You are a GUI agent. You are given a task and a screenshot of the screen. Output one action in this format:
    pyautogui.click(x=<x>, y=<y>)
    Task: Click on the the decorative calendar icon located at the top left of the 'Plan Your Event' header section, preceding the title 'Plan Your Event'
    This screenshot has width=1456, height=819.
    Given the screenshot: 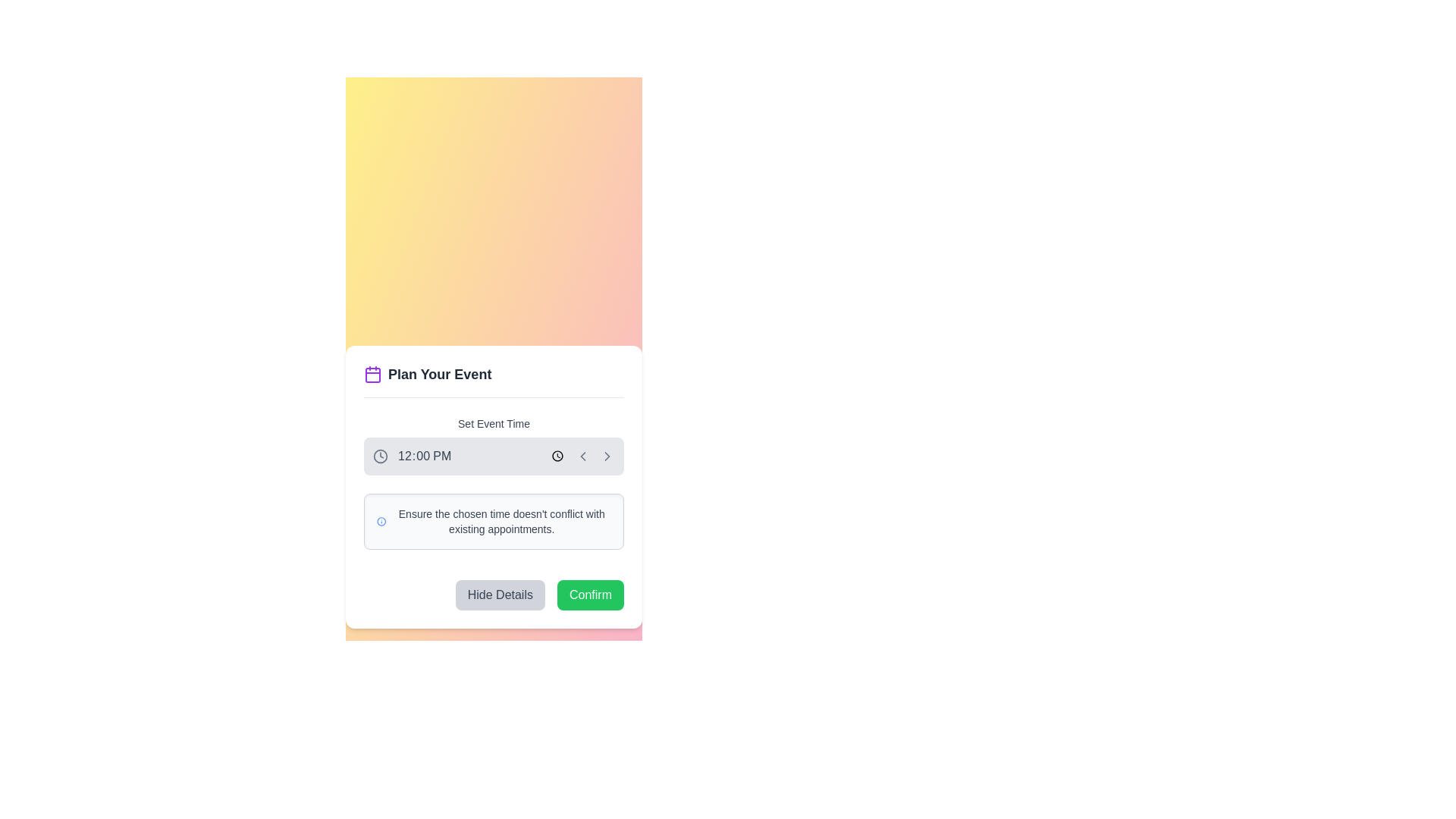 What is the action you would take?
    pyautogui.click(x=372, y=374)
    